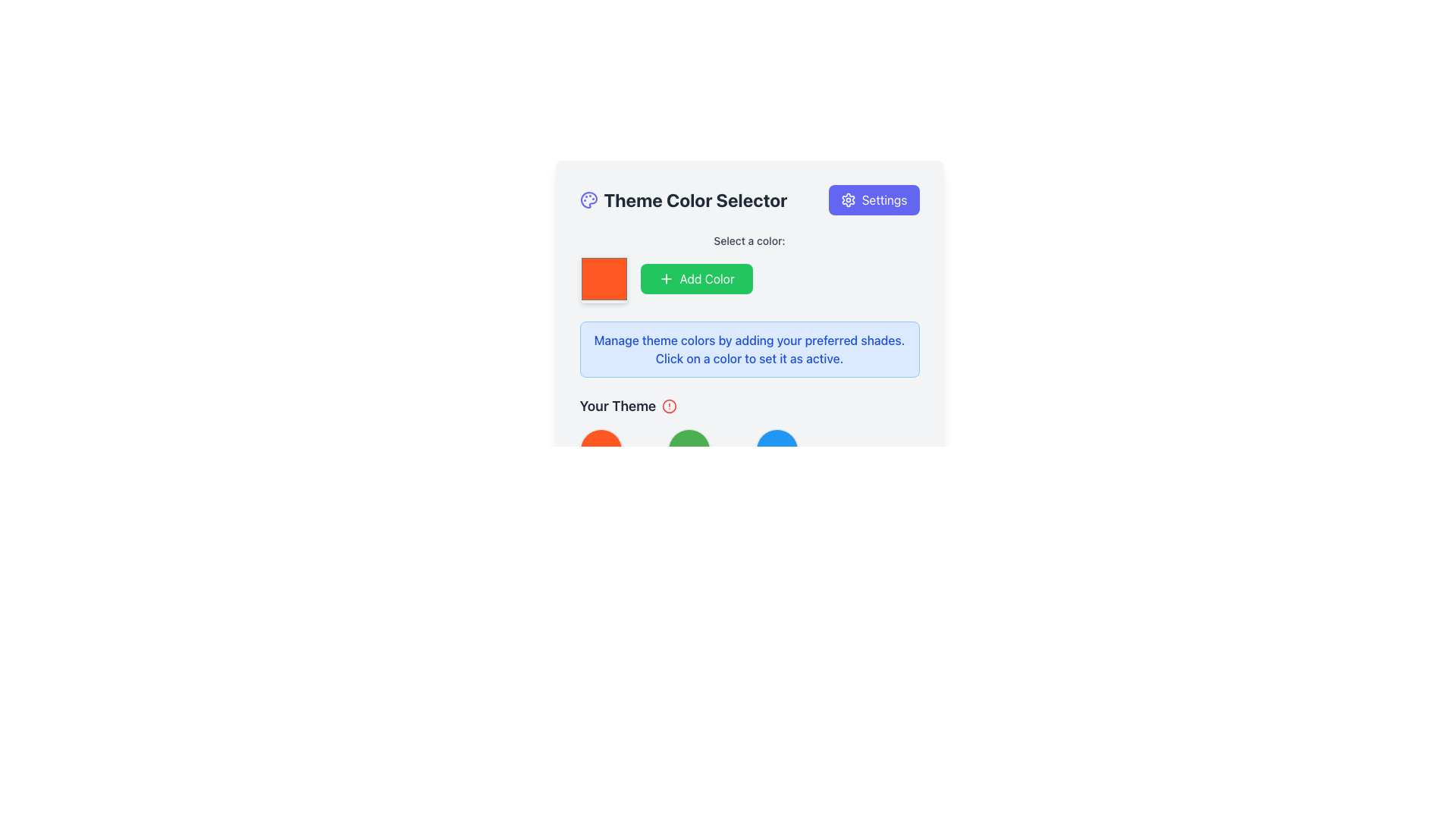 The height and width of the screenshot is (819, 1456). Describe the element at coordinates (847, 199) in the screenshot. I see `the settings icon, which is a cogwheel symbol located in the top-right corner of the widget` at that location.